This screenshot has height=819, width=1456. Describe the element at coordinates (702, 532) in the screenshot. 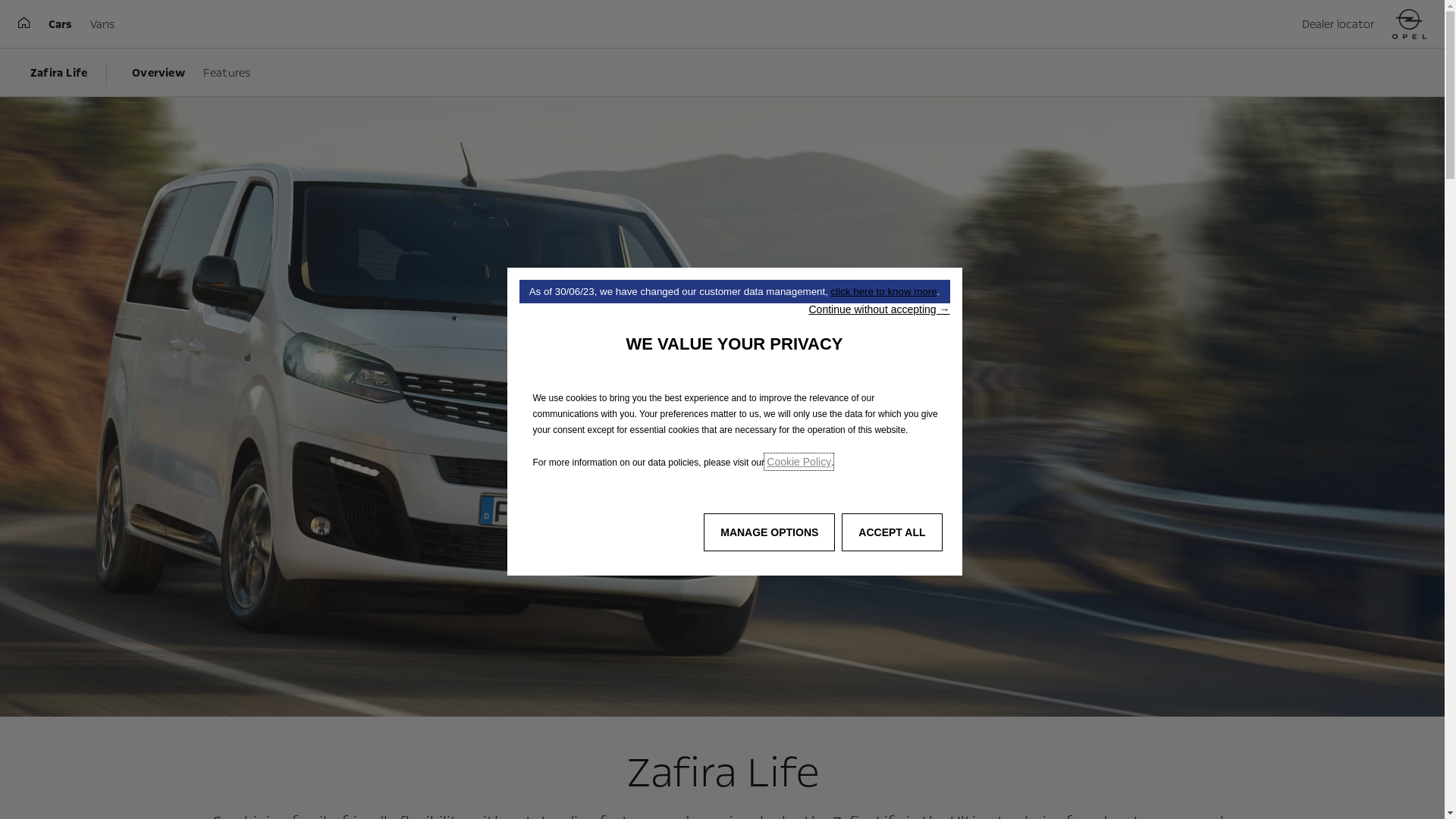

I see `'MANAGE OPTIONS'` at that location.